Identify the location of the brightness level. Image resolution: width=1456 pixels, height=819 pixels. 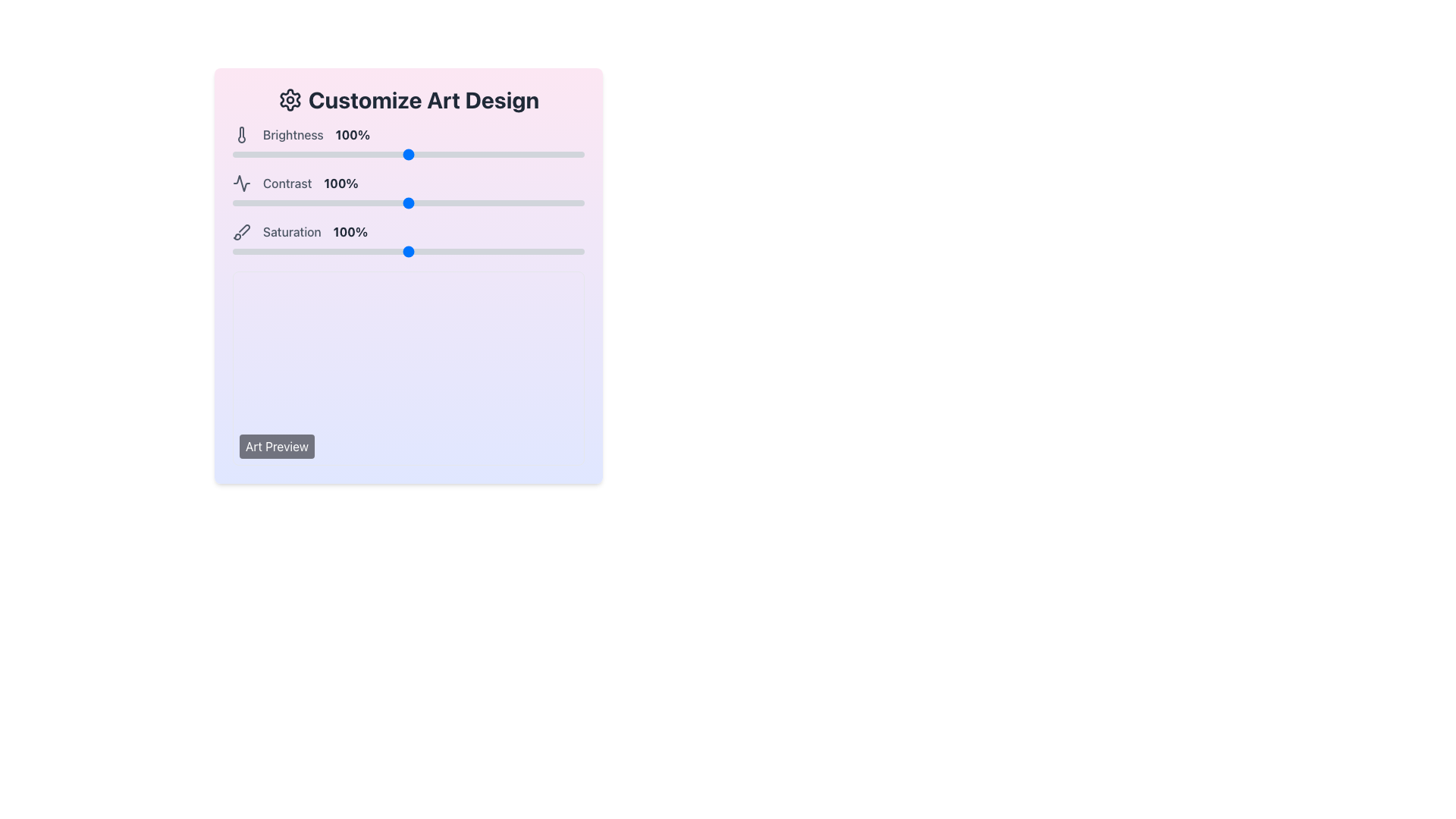
(356, 155).